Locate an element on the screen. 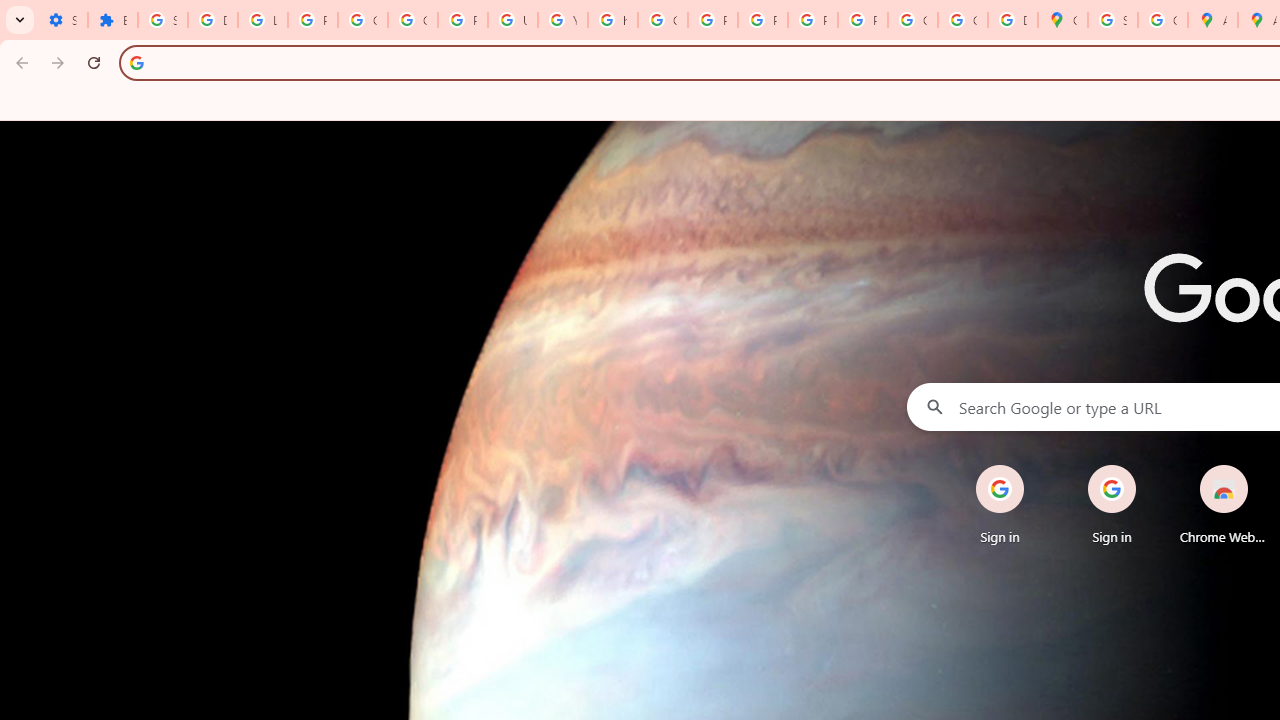 This screenshot has height=720, width=1280. 'Google Account Help' is located at coordinates (362, 20).